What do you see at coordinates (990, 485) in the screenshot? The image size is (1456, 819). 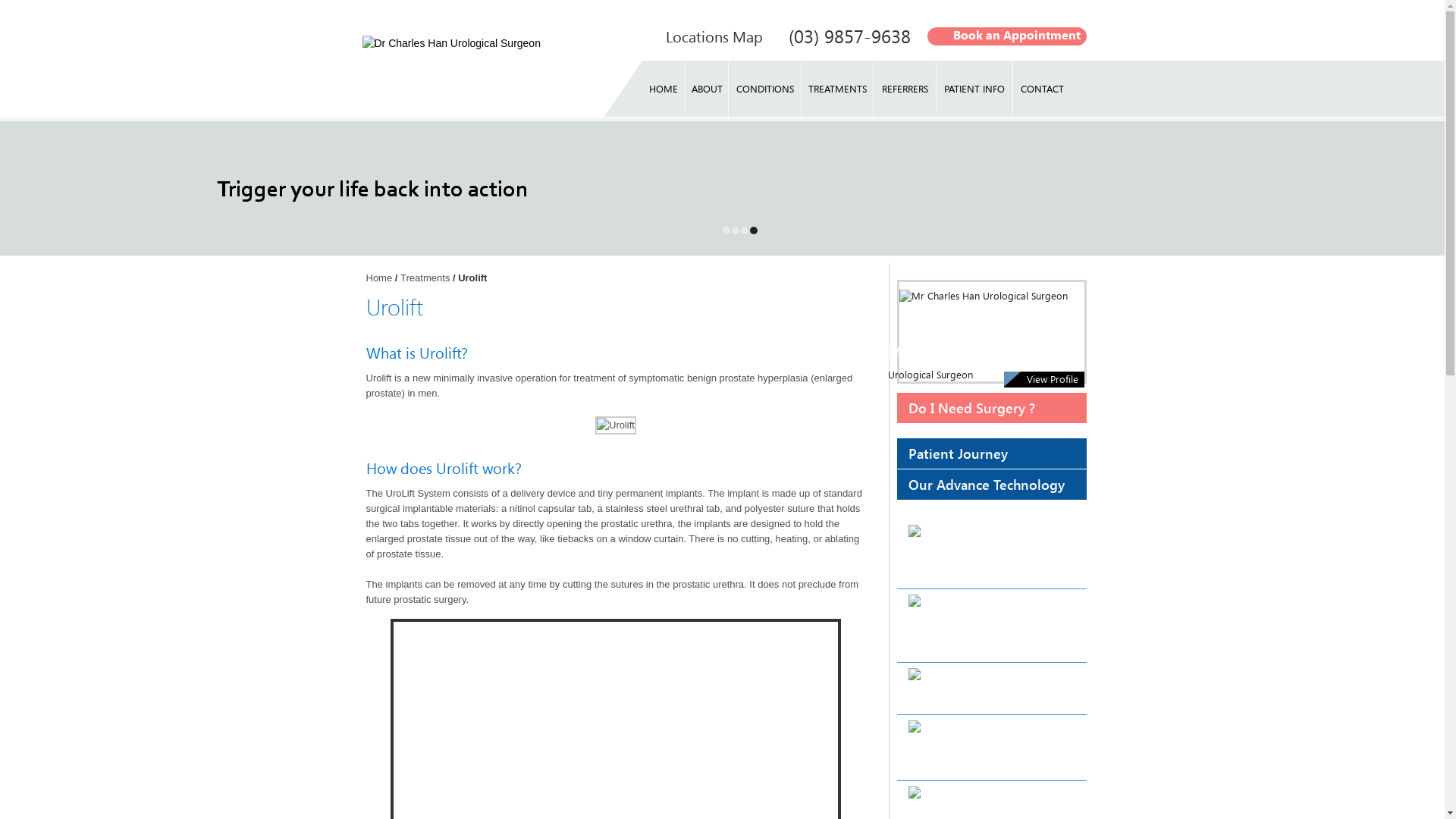 I see `'Our Advance Technology'` at bounding box center [990, 485].